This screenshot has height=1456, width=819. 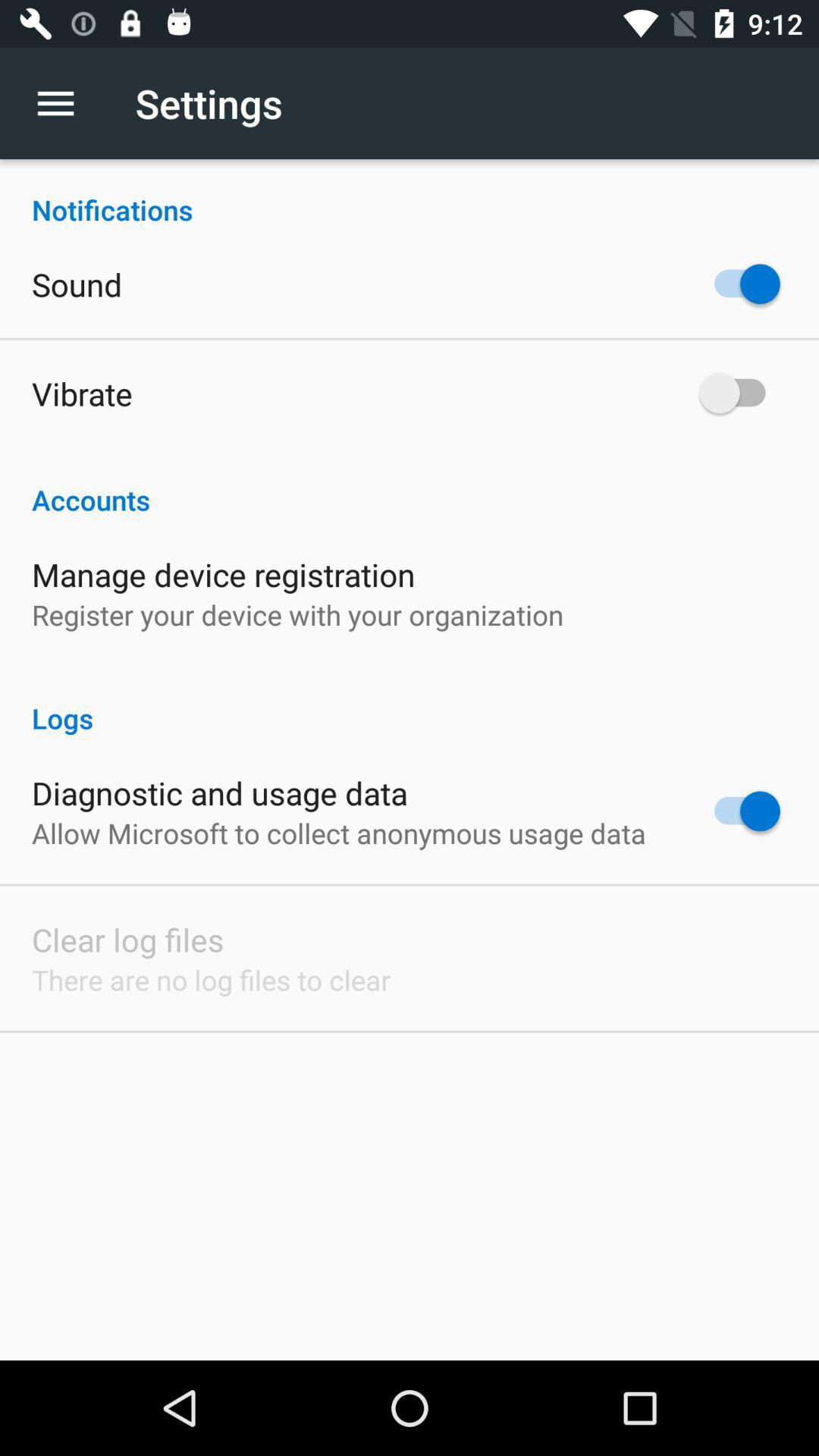 What do you see at coordinates (82, 393) in the screenshot?
I see `the icon above accounts` at bounding box center [82, 393].